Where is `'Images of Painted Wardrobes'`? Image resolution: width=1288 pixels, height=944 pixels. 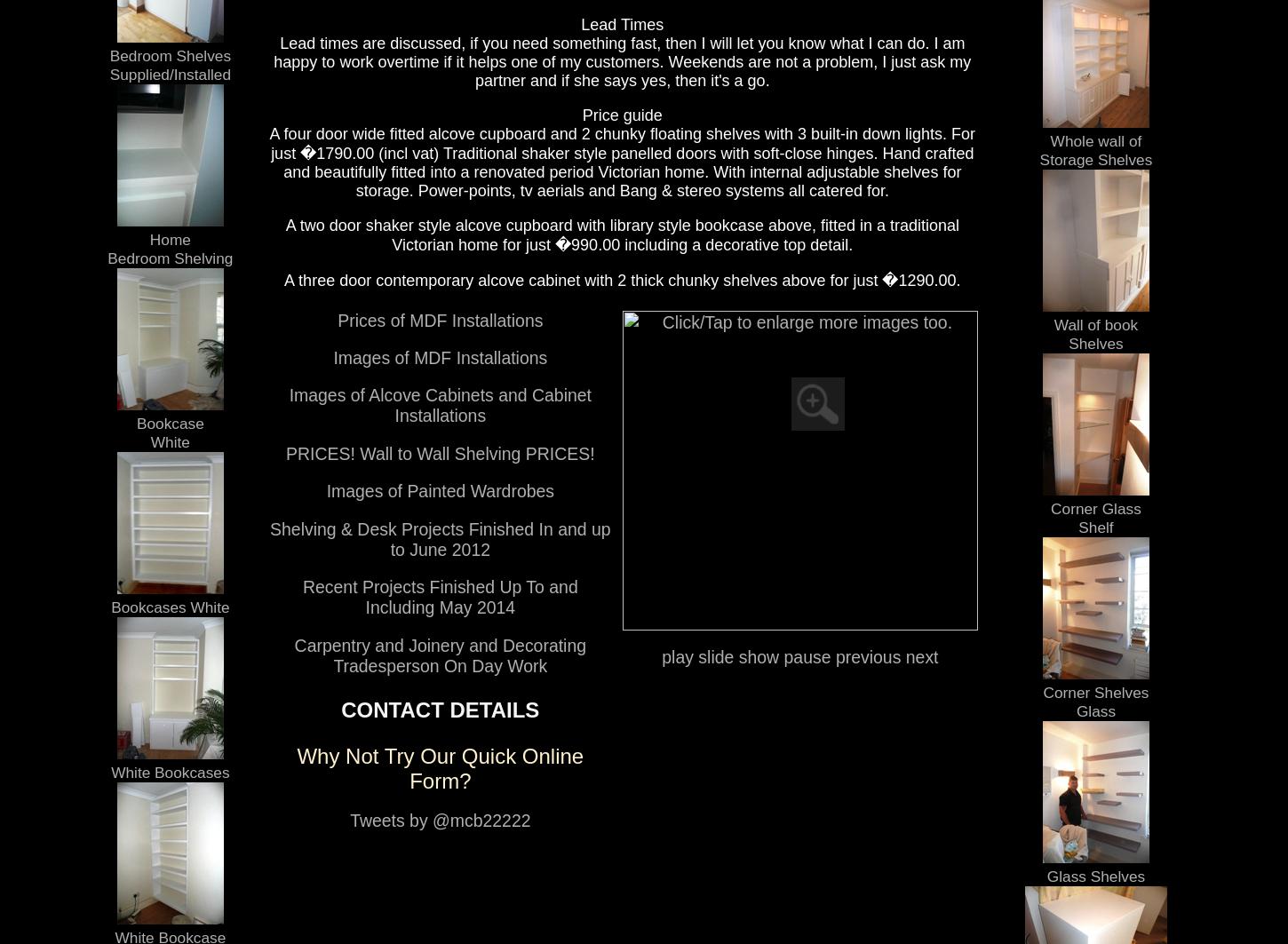 'Images of Painted Wardrobes' is located at coordinates (440, 489).